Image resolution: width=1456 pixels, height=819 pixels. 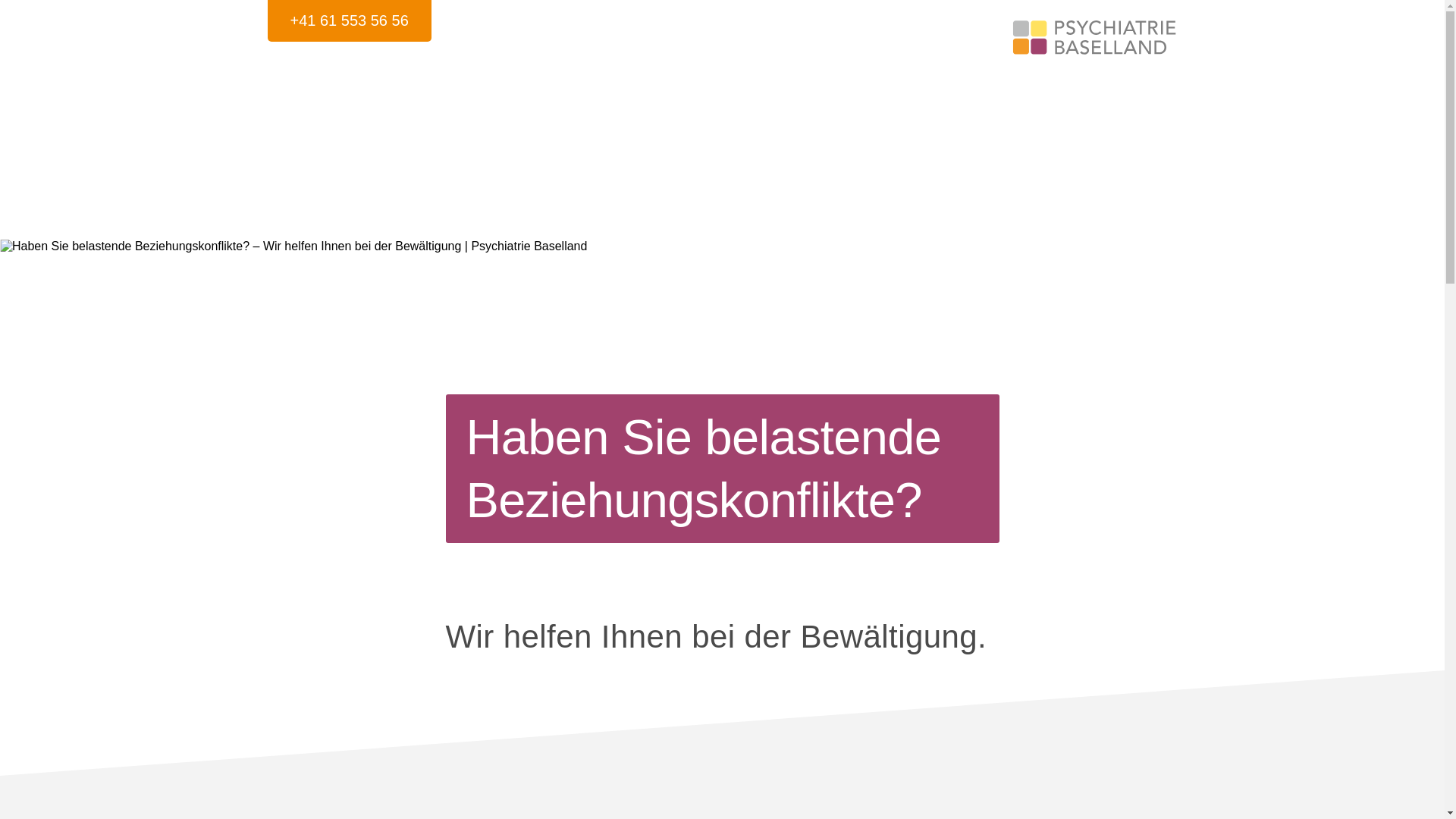 What do you see at coordinates (348, 21) in the screenshot?
I see `'+41 61 553 56 56'` at bounding box center [348, 21].